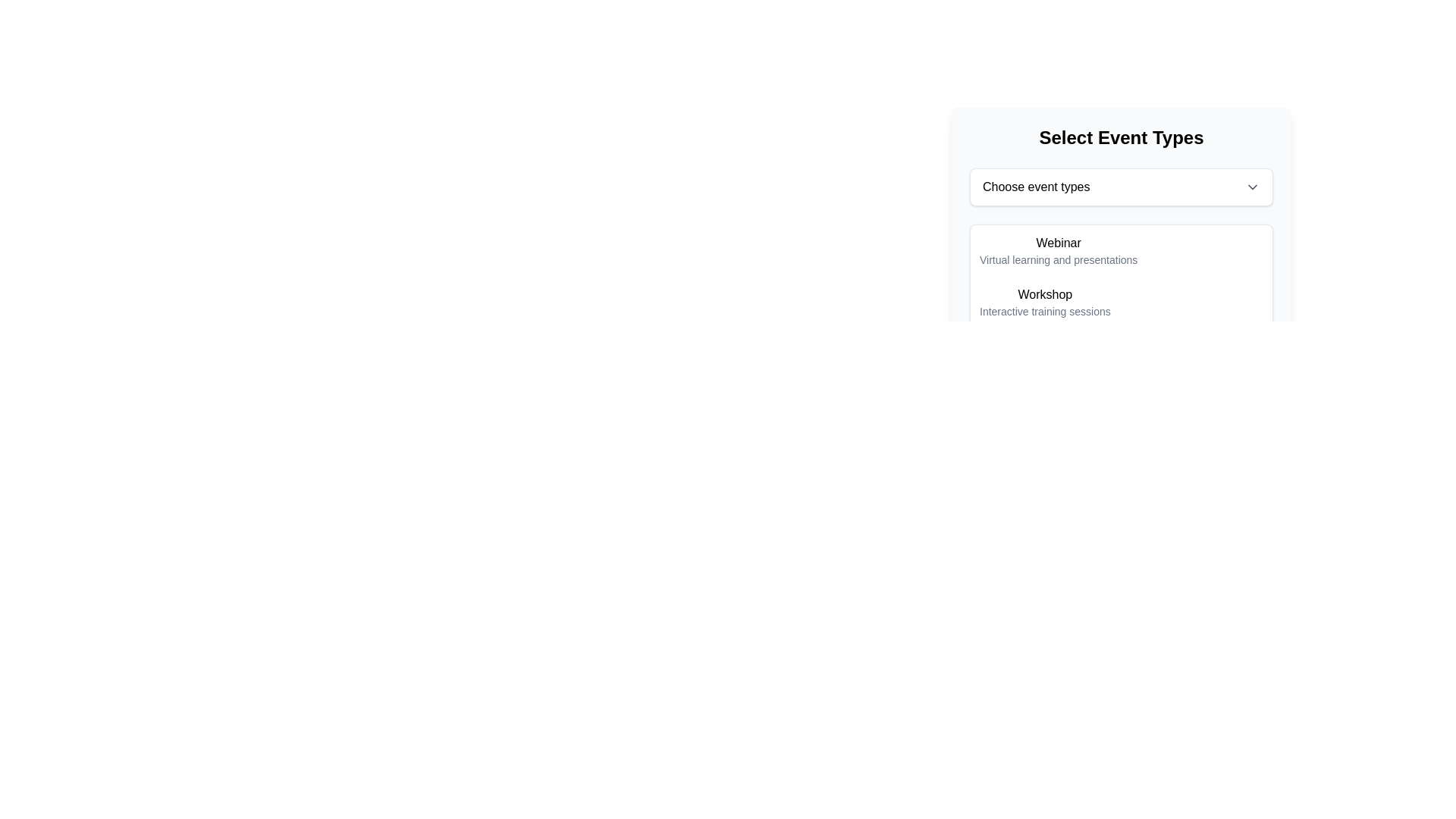 This screenshot has height=819, width=1456. What do you see at coordinates (1058, 250) in the screenshot?
I see `on the list item labeled 'Webinar' which describes 'Virtual learning and presentations'` at bounding box center [1058, 250].